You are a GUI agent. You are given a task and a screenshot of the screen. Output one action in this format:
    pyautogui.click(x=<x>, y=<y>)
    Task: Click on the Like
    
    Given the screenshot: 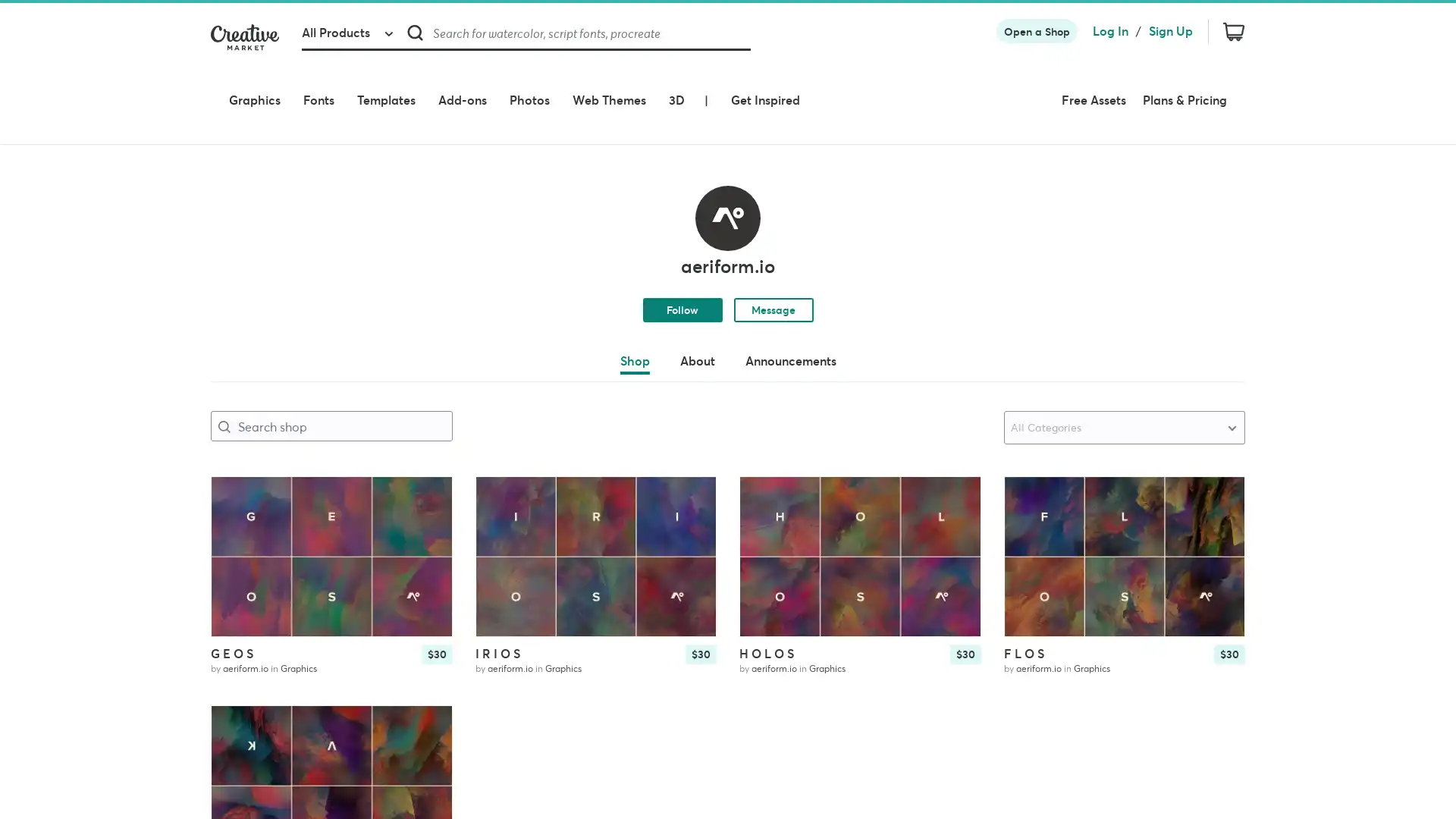 What is the action you would take?
    pyautogui.click(x=426, y=674)
    